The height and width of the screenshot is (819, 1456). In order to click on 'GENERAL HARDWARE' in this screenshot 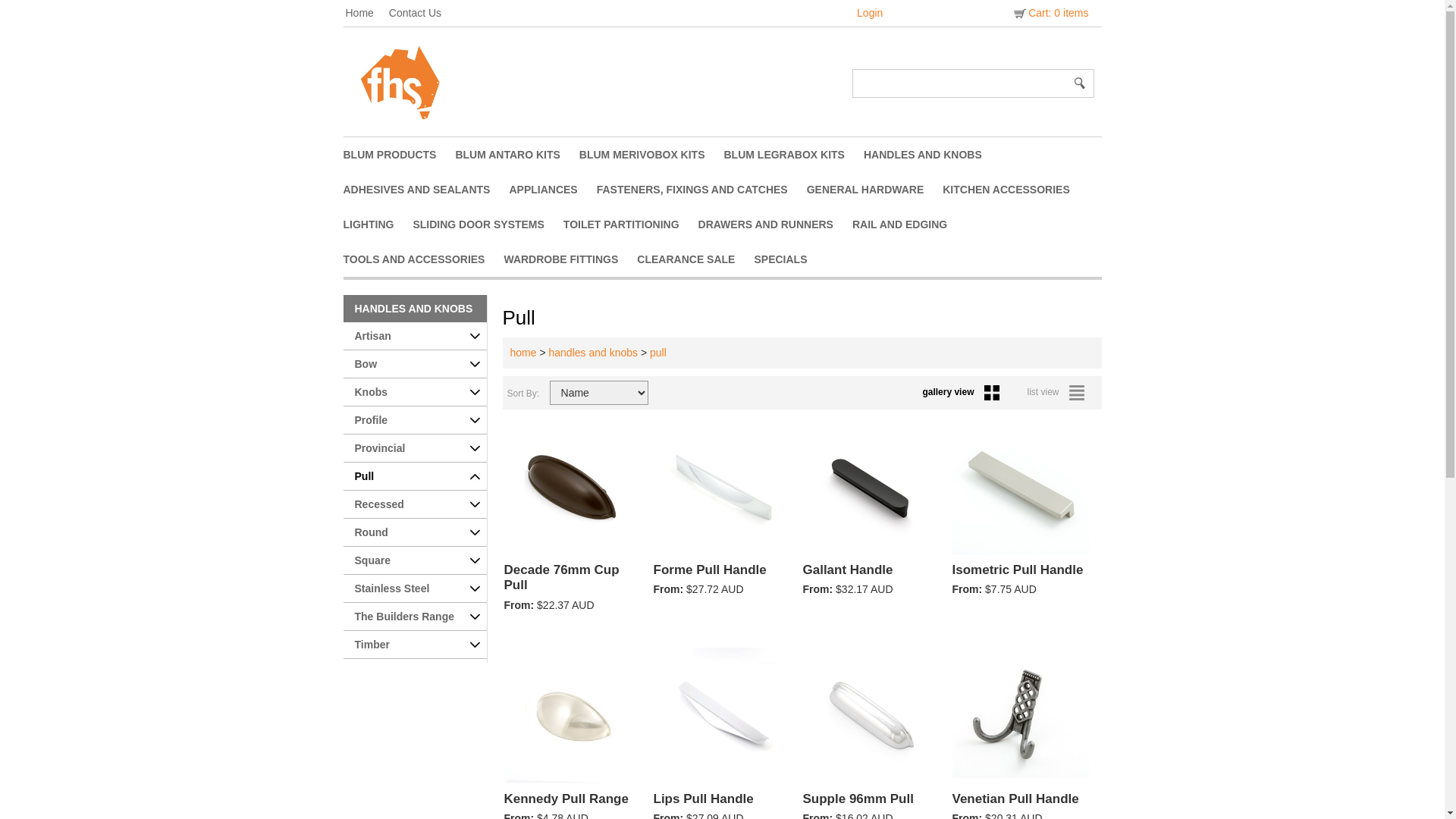, I will do `click(874, 189)`.